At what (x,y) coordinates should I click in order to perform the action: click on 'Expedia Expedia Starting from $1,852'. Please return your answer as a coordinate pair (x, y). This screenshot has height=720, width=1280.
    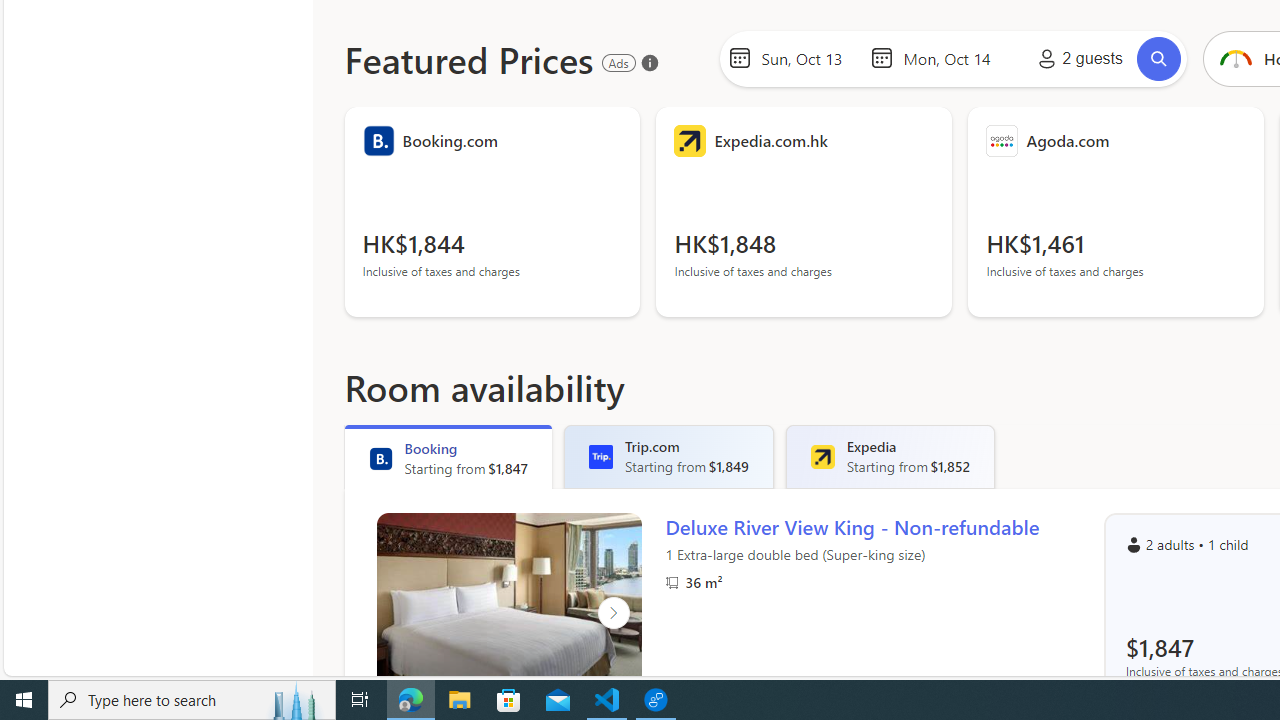
    Looking at the image, I should click on (889, 456).